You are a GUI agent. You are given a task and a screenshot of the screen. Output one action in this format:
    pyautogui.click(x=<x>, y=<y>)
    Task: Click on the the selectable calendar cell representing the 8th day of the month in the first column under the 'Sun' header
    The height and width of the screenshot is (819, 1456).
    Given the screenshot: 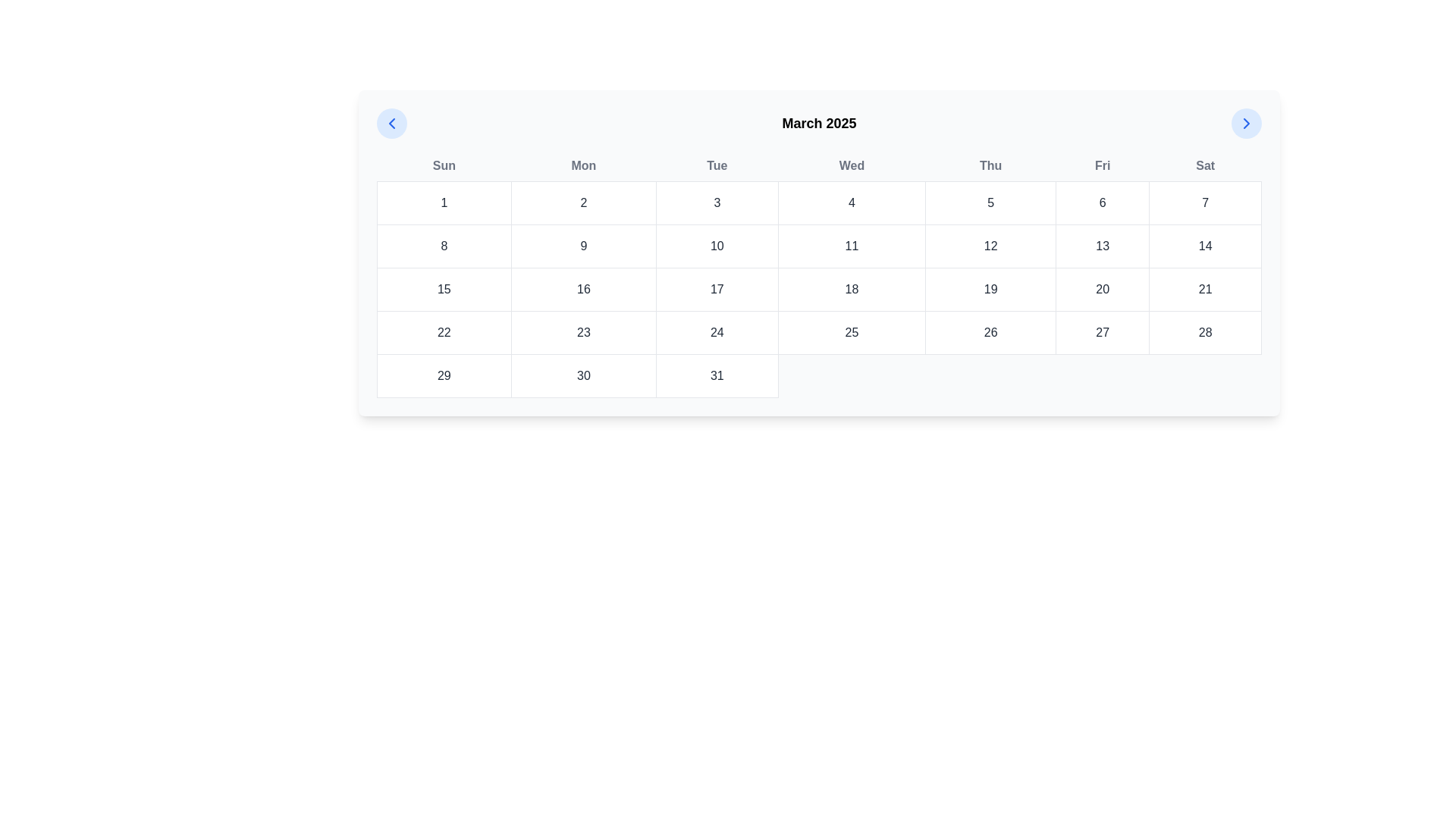 What is the action you would take?
    pyautogui.click(x=443, y=245)
    